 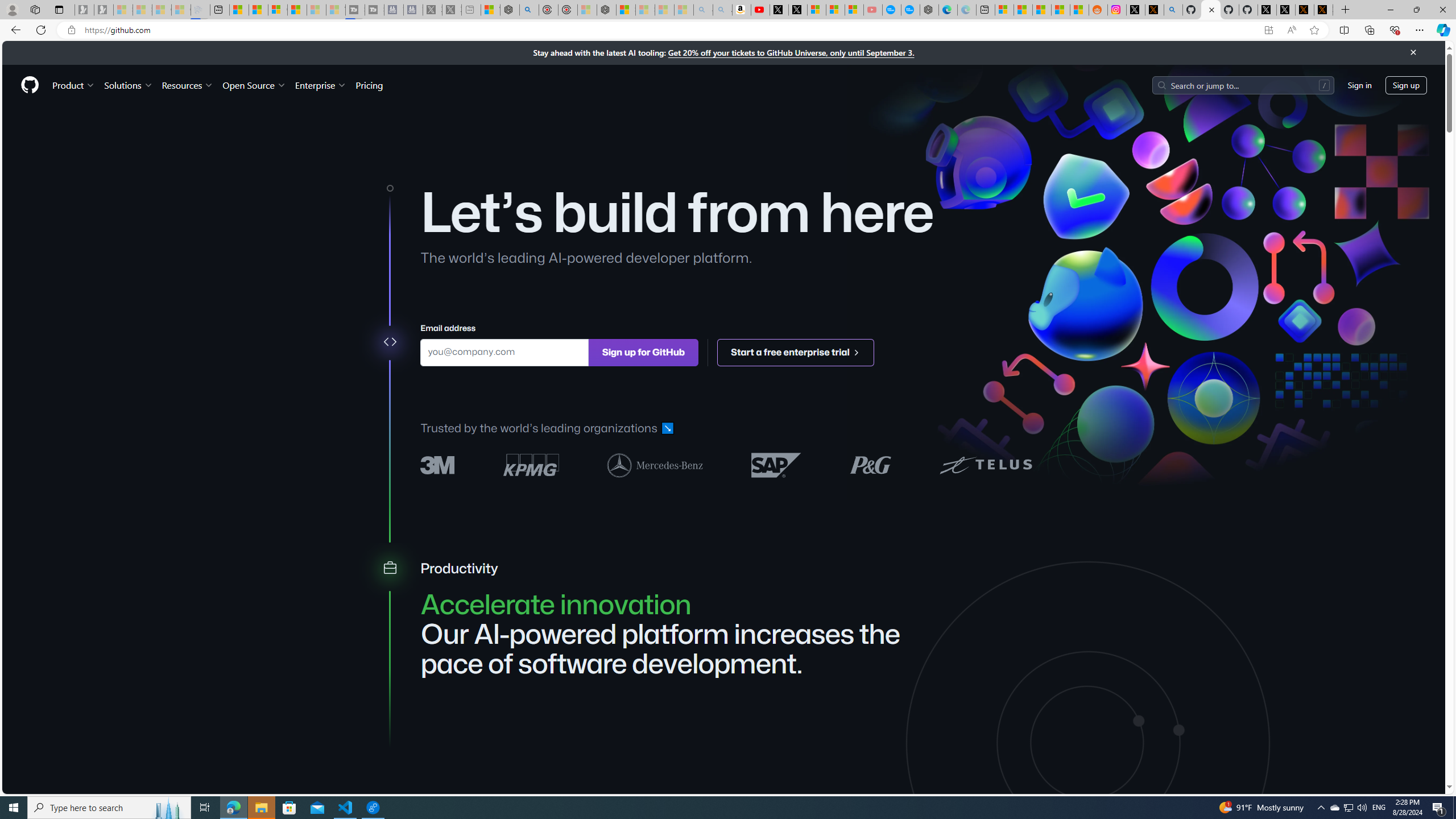 What do you see at coordinates (369, 85) in the screenshot?
I see `'Pricing'` at bounding box center [369, 85].